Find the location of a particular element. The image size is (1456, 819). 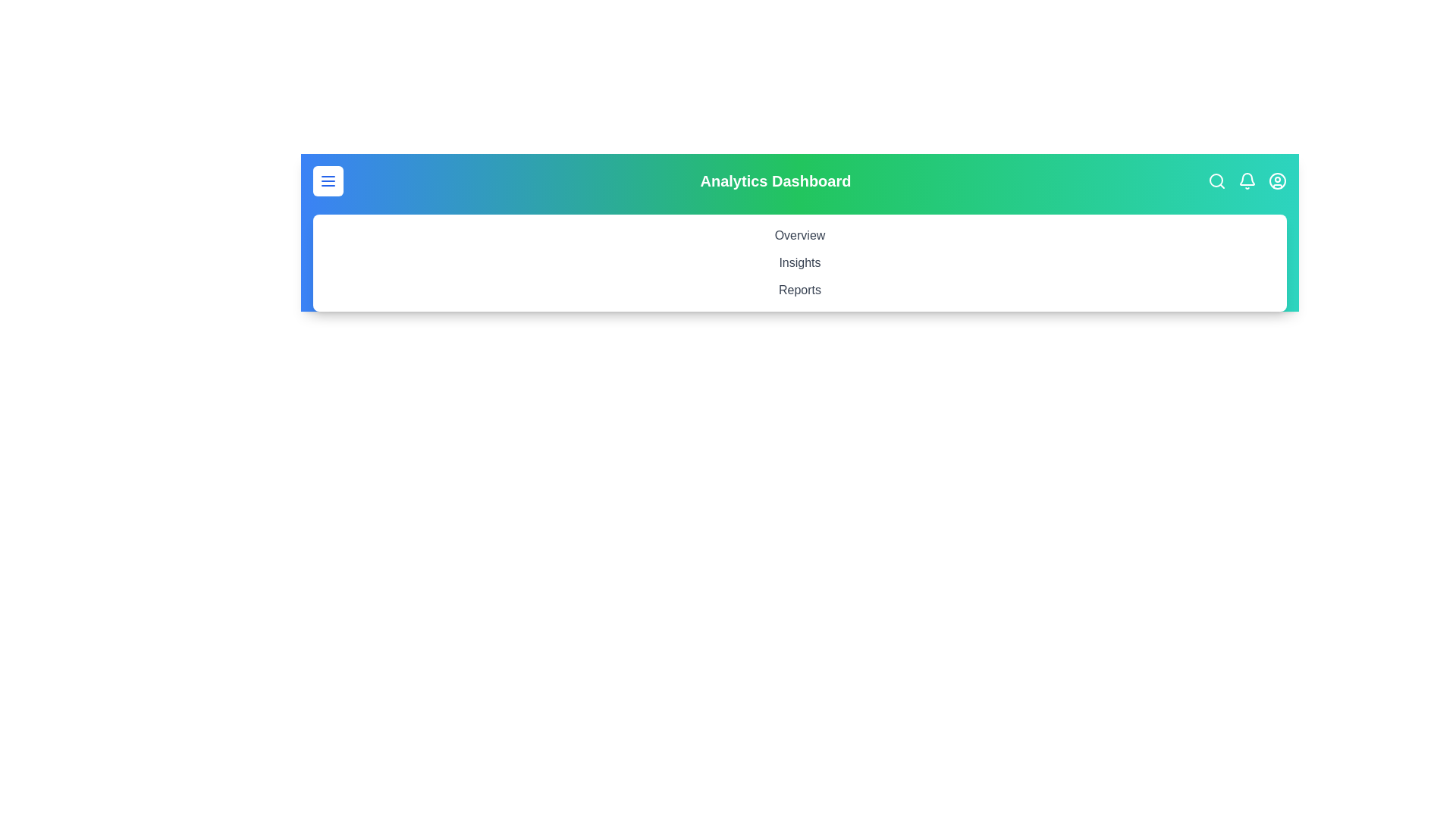

the menu button to toggle the menu visibility is located at coordinates (327, 180).